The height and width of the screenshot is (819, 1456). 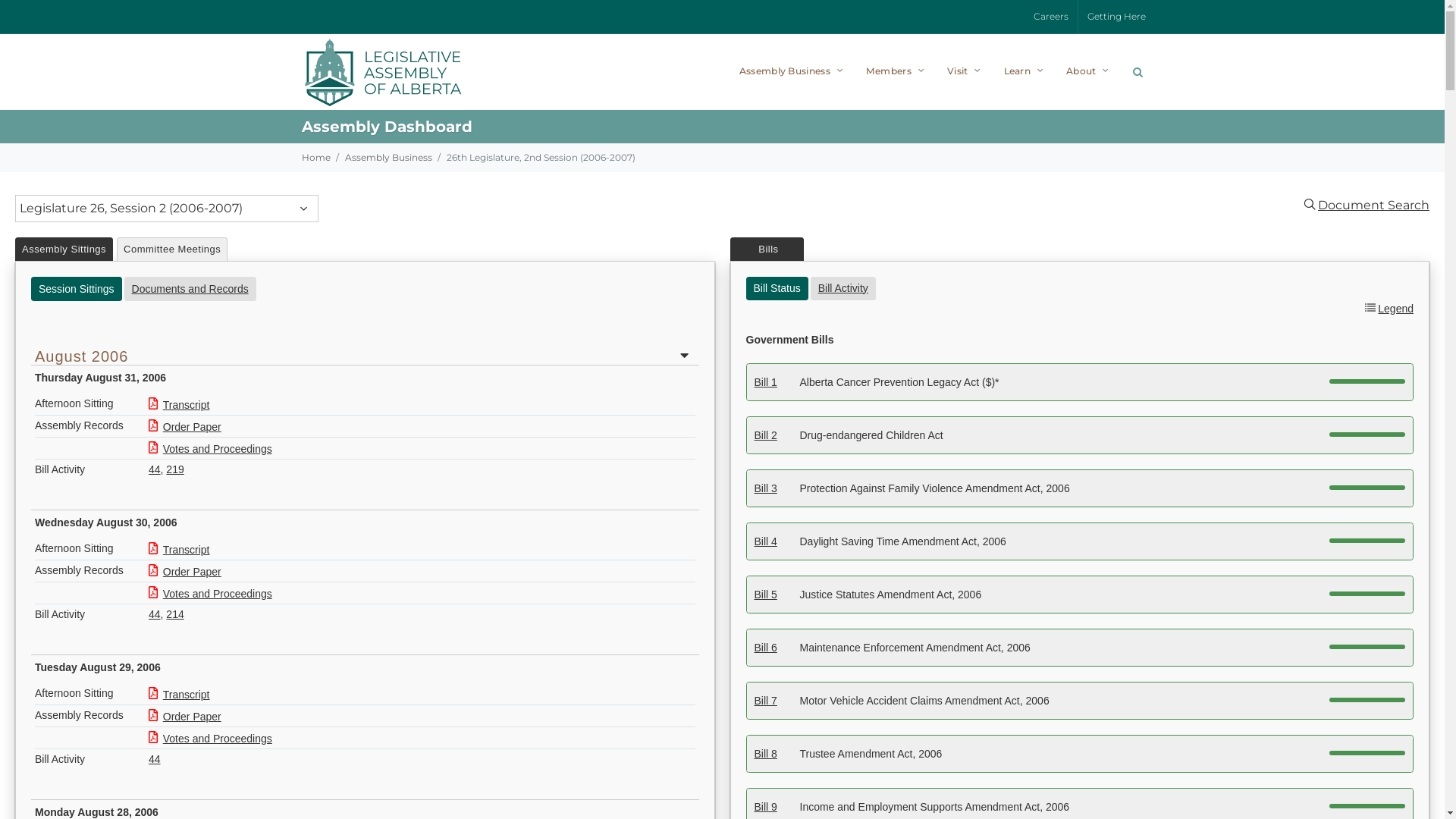 I want to click on 'Bill Activity', so click(x=843, y=287).